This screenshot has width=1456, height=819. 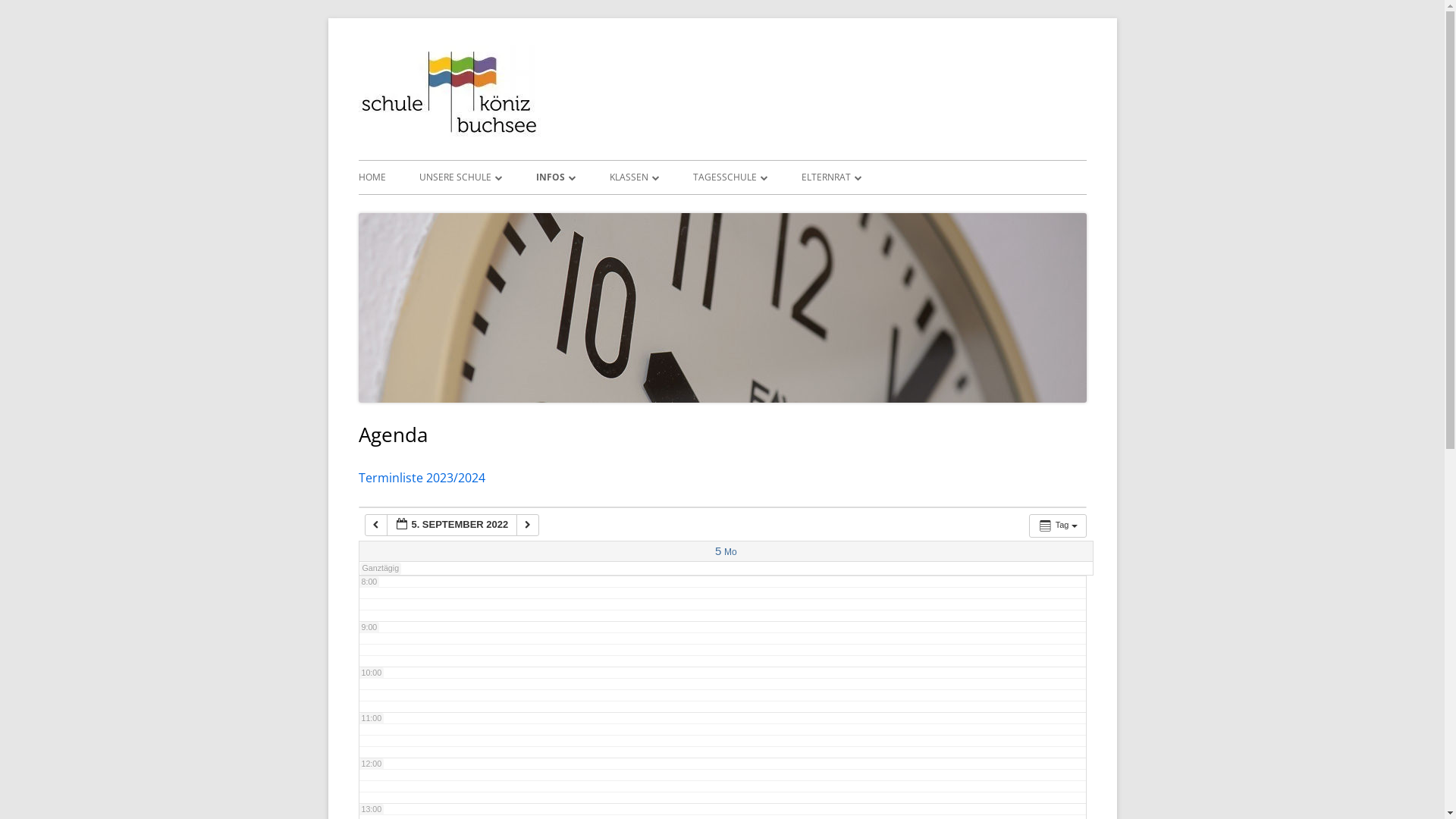 What do you see at coordinates (459, 177) in the screenshot?
I see `'UNSERE SCHULE'` at bounding box center [459, 177].